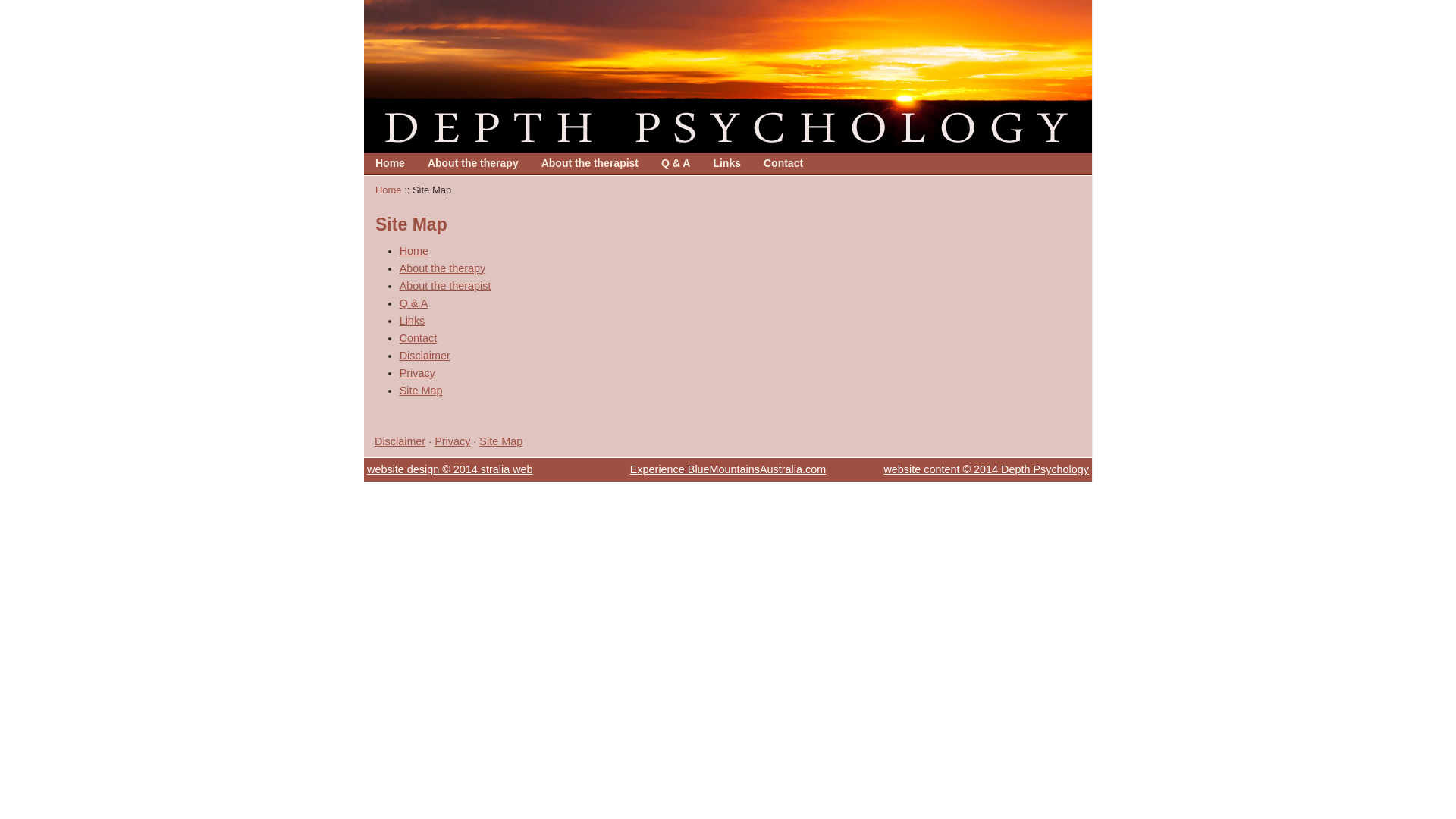 The image size is (1456, 819). What do you see at coordinates (588, 163) in the screenshot?
I see `'About the therapist'` at bounding box center [588, 163].